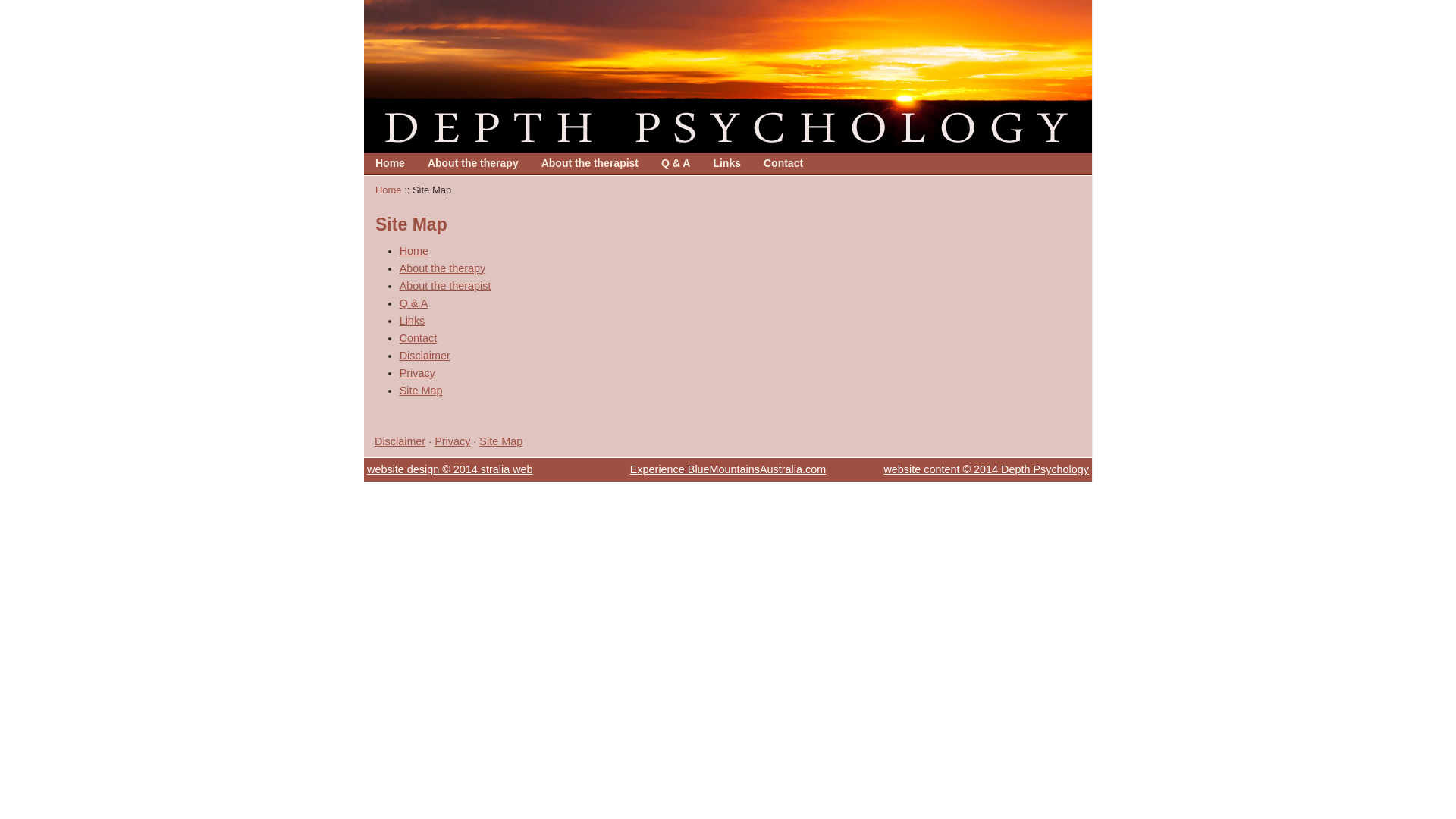 The image size is (1456, 819). What do you see at coordinates (588, 163) in the screenshot?
I see `'About the therapist'` at bounding box center [588, 163].